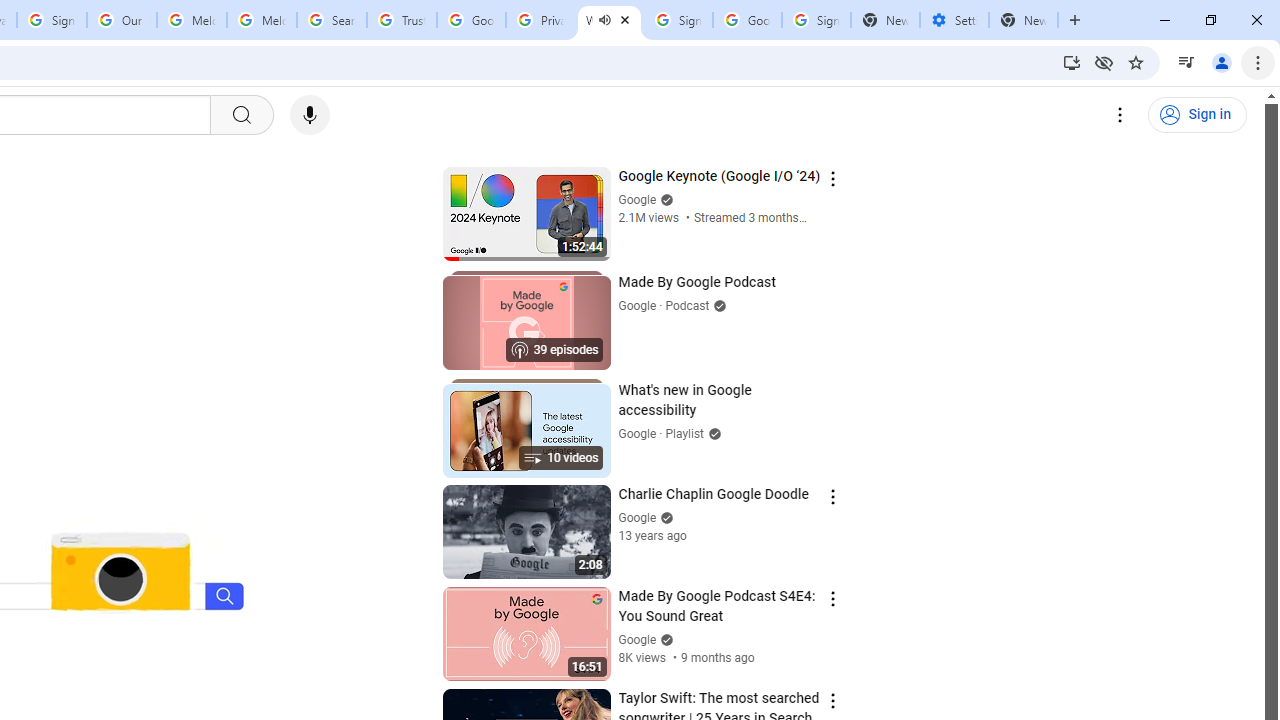 The height and width of the screenshot is (720, 1280). I want to click on 'Settings - Addresses and more', so click(953, 20).